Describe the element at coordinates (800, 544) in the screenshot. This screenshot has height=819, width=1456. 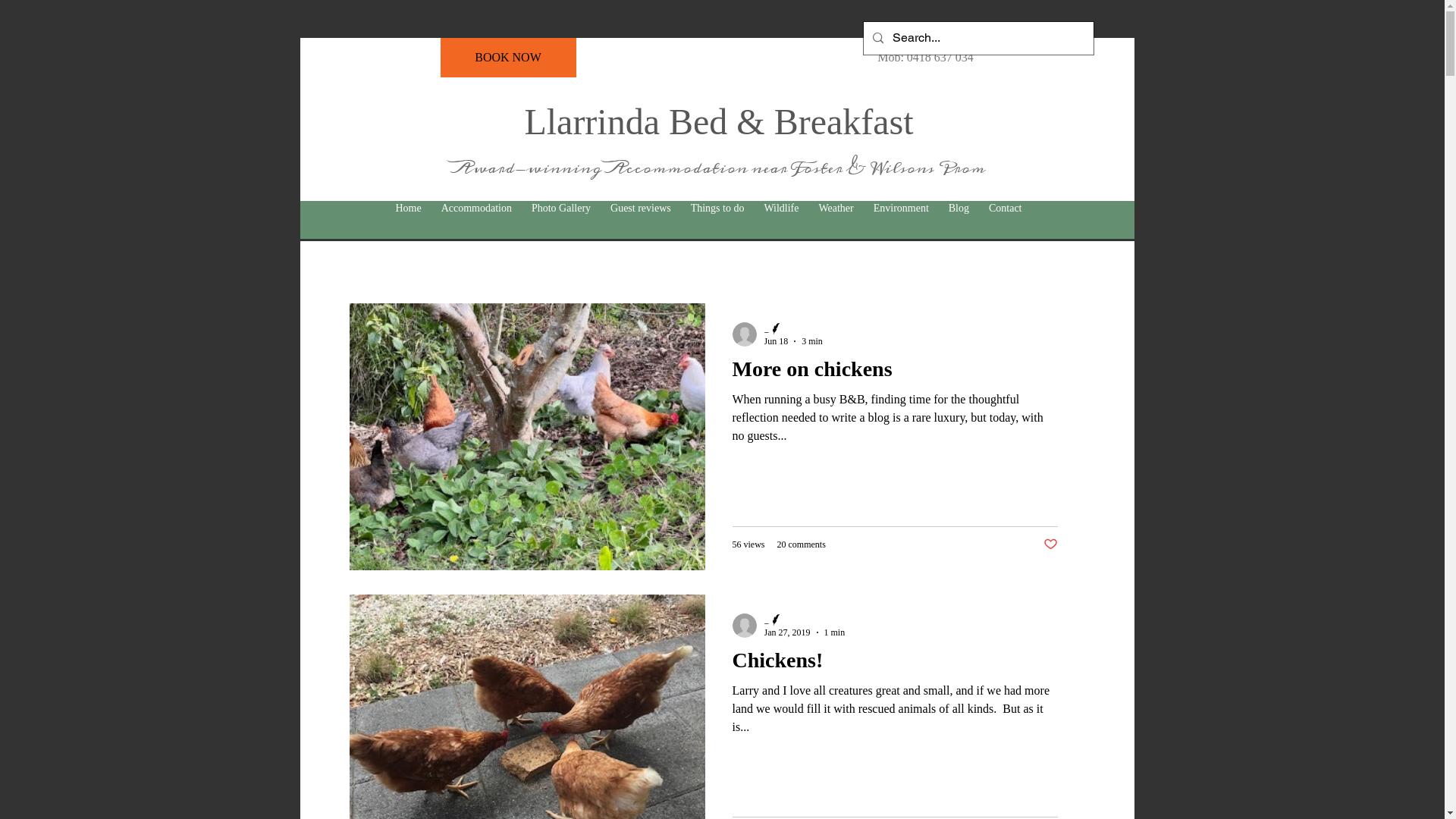
I see `'20 comments'` at that location.